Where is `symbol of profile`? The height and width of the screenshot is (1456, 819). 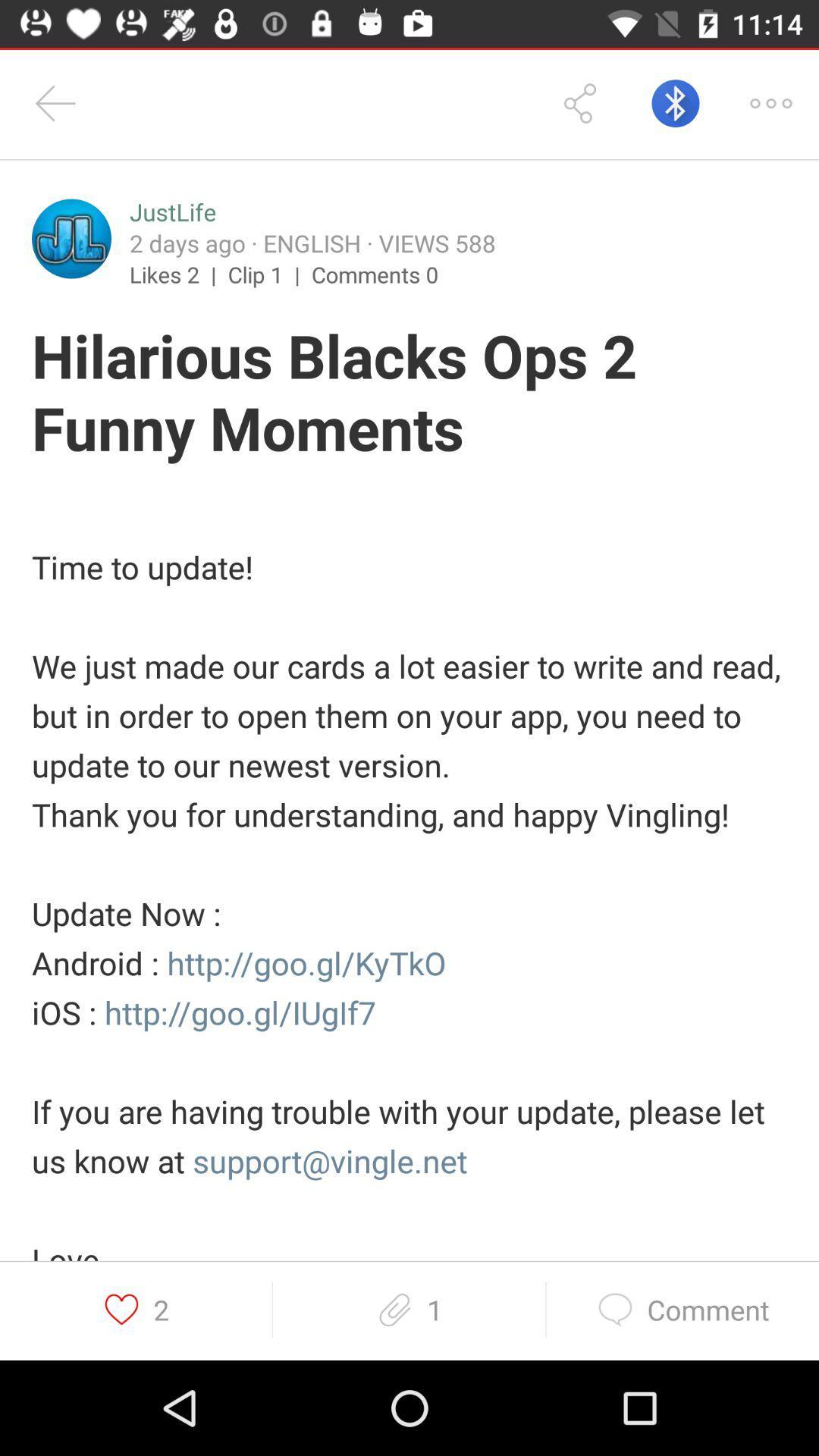 symbol of profile is located at coordinates (71, 238).